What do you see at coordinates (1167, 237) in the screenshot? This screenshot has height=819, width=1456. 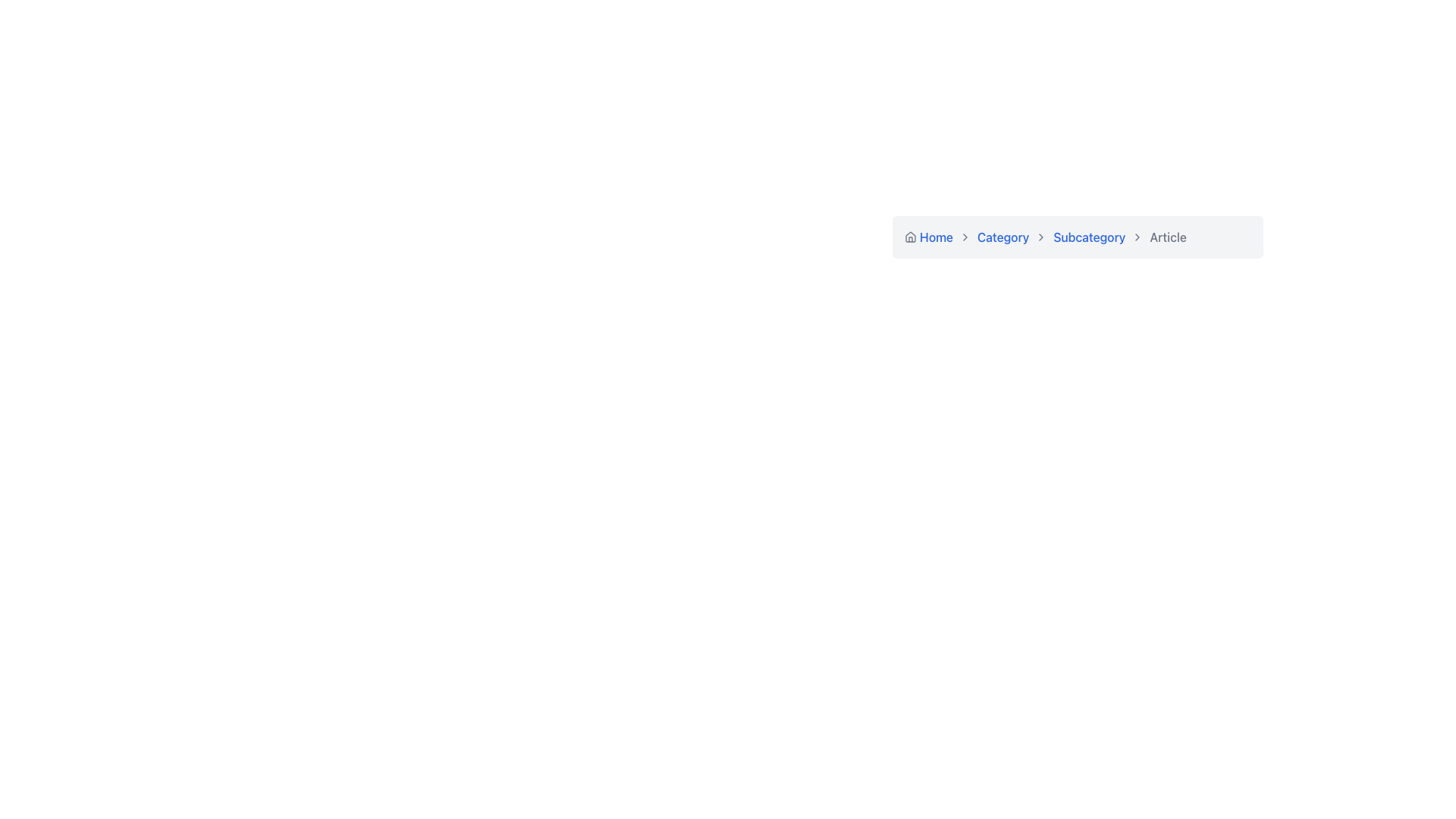 I see `the last Breadcrumb item in the navigation bar located at the top-right corner, which indicates the current page in the website's hierarchy` at bounding box center [1167, 237].